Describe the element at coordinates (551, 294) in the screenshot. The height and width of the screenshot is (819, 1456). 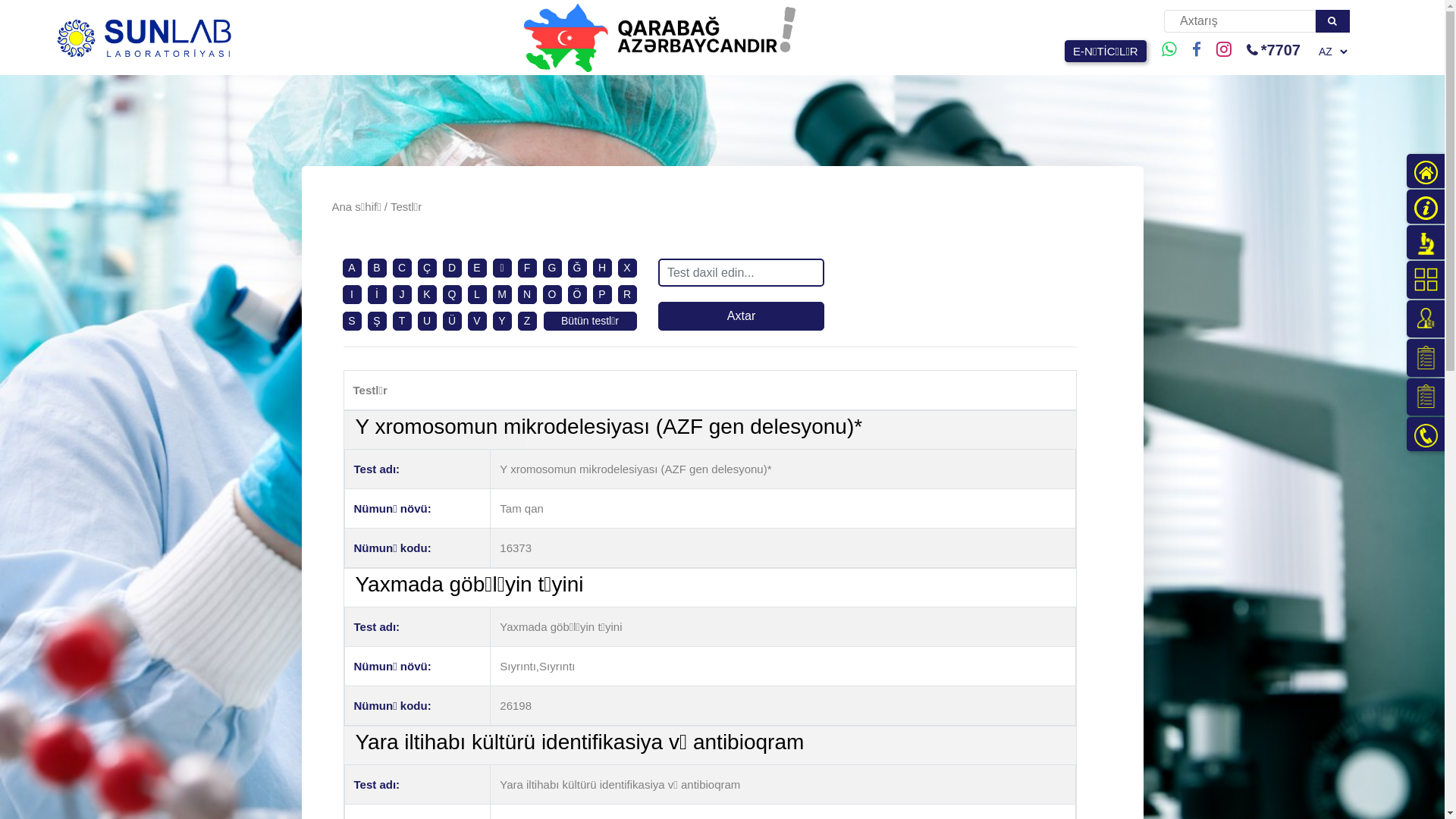
I see `'O'` at that location.